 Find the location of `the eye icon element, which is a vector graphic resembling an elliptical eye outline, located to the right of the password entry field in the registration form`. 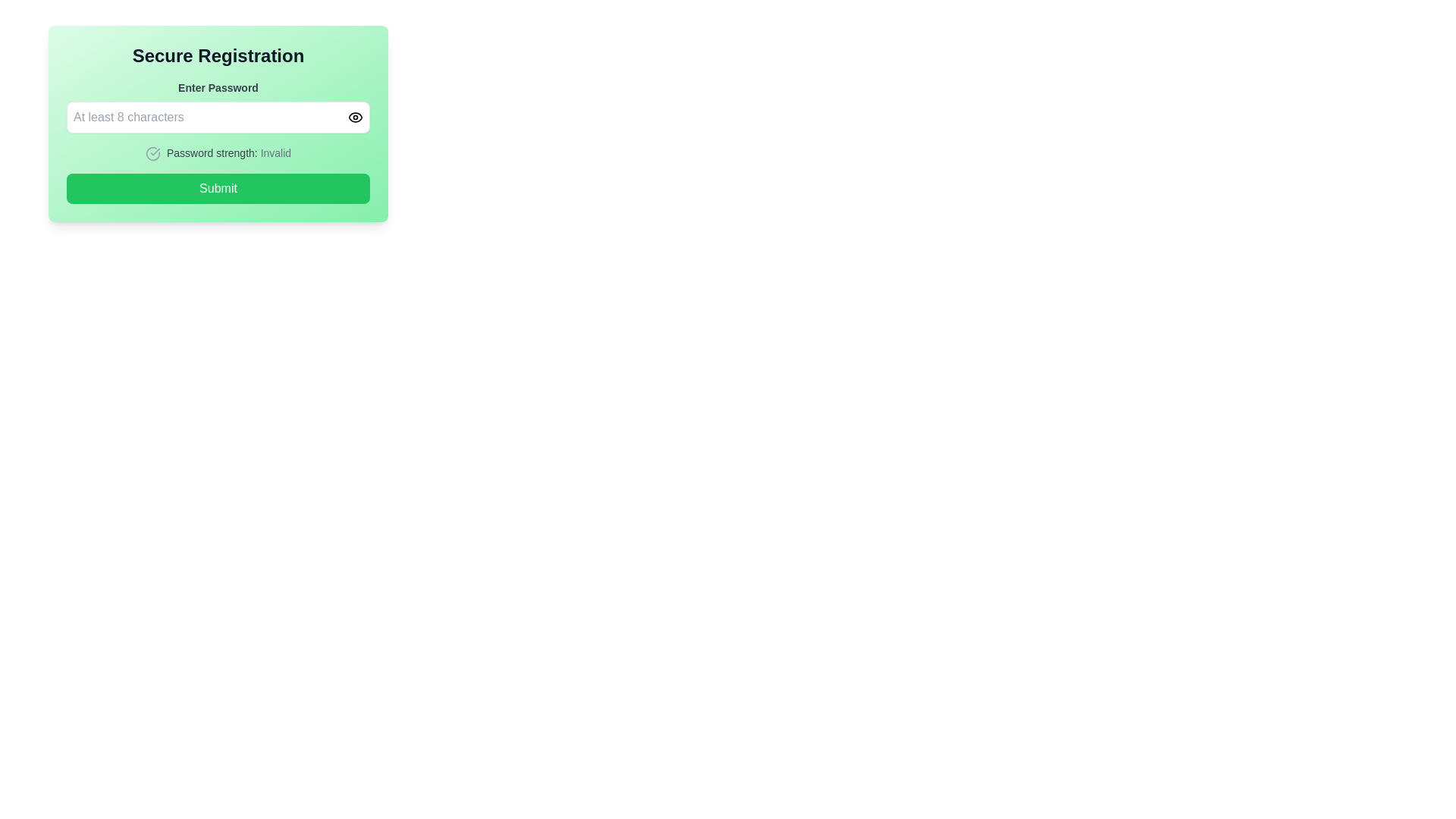

the eye icon element, which is a vector graphic resembling an elliptical eye outline, located to the right of the password entry field in the registration form is located at coordinates (355, 116).